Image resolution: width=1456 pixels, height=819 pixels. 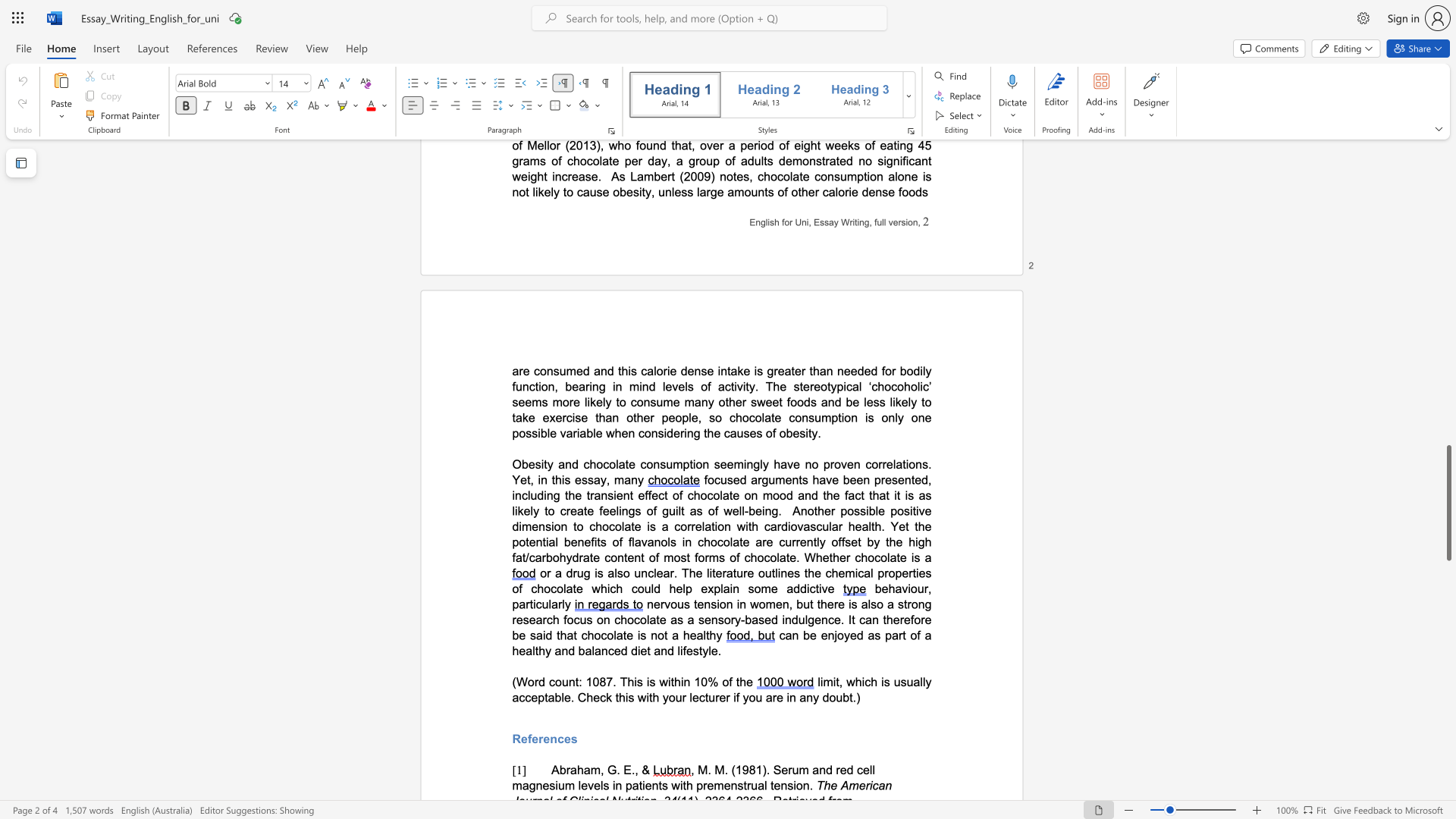 What do you see at coordinates (1448, 318) in the screenshot?
I see `the scrollbar to move the view up` at bounding box center [1448, 318].